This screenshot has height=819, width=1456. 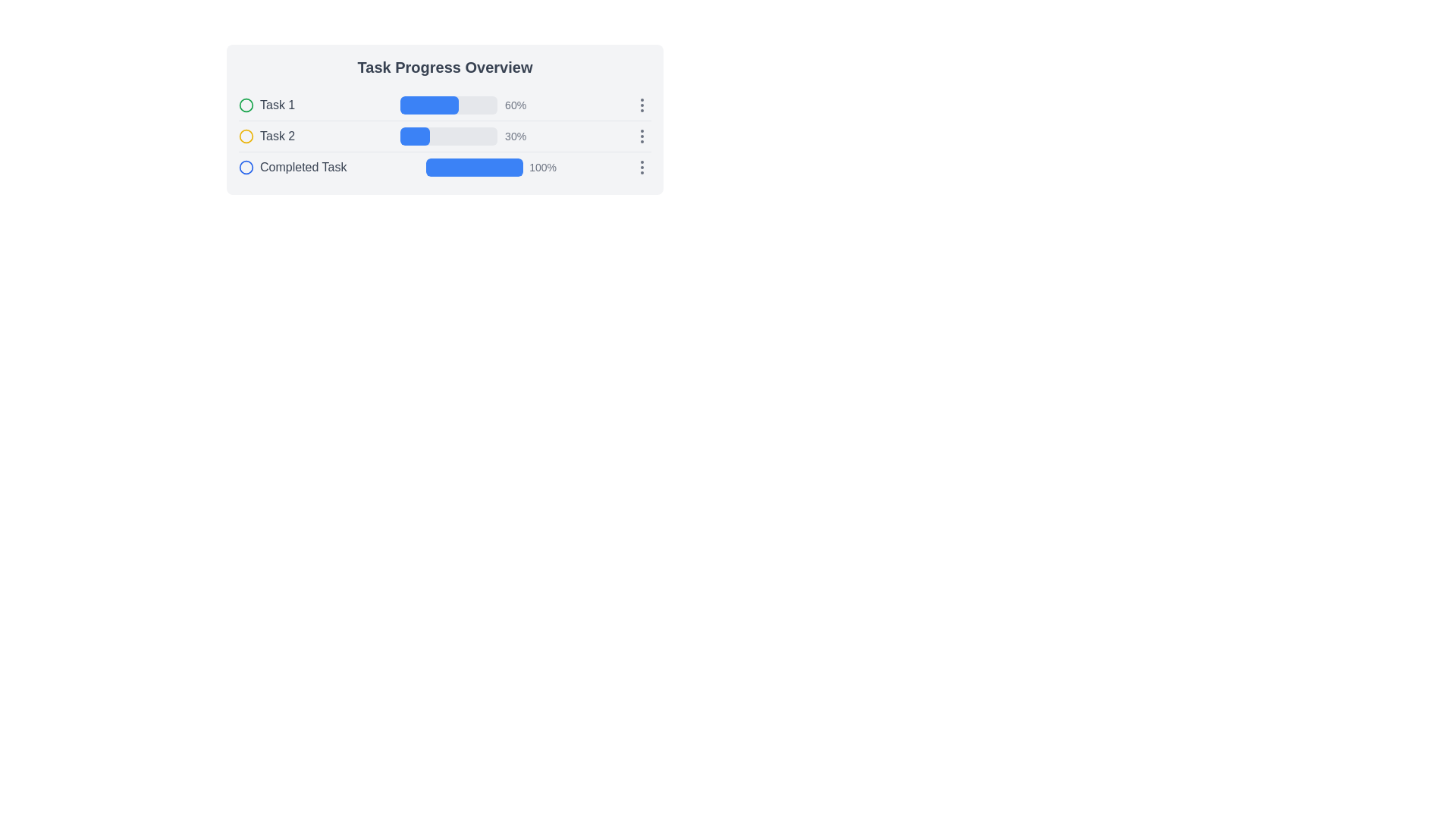 I want to click on the percentage label displaying '60%' next to the blue progress bar for Task 1 in the task list interface, so click(x=516, y=104).